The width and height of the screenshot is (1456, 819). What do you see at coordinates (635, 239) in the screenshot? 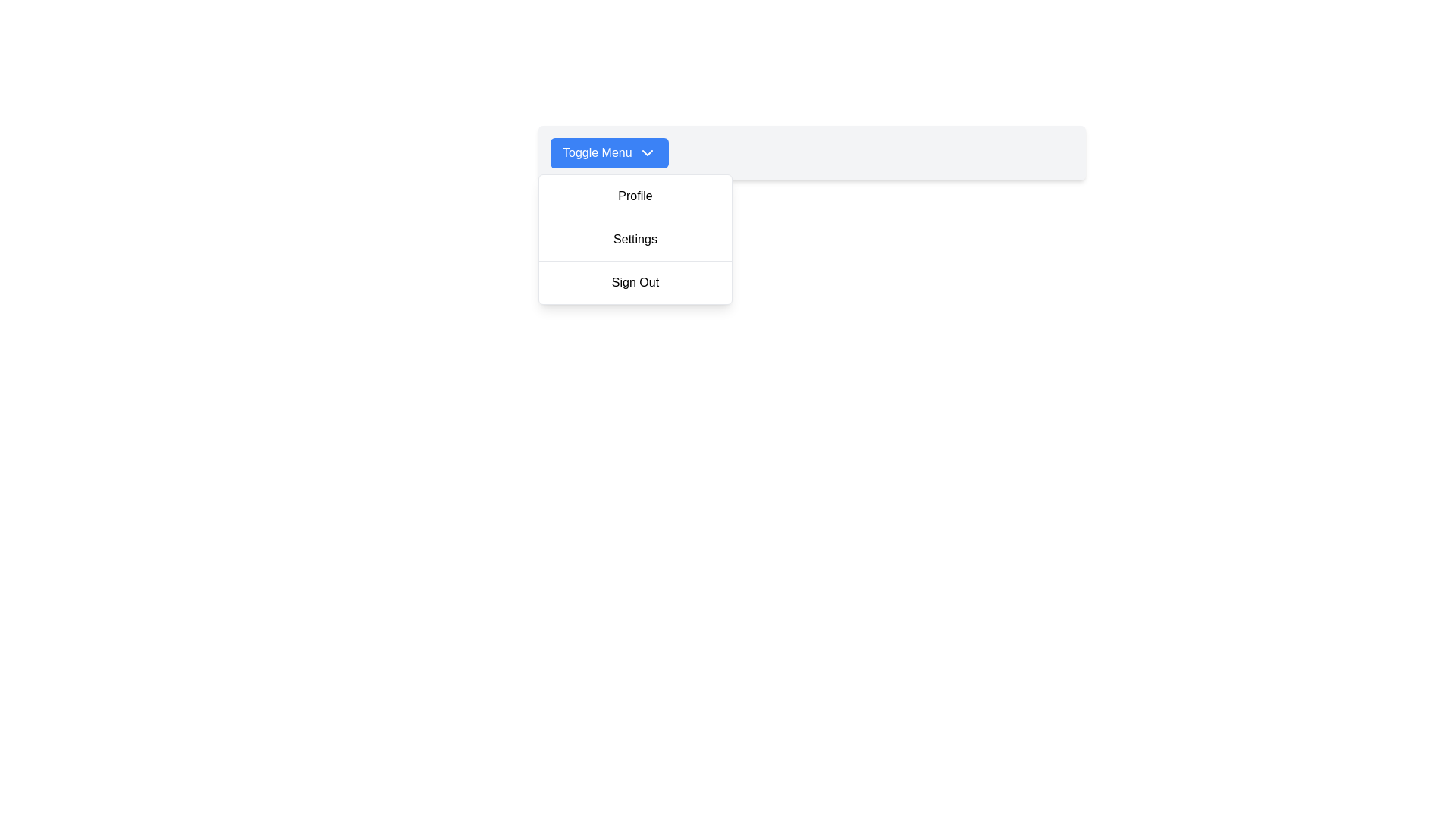
I see `the 'Settings' option in the dropdown menu located beneath the 'Toggle Menu' button` at bounding box center [635, 239].